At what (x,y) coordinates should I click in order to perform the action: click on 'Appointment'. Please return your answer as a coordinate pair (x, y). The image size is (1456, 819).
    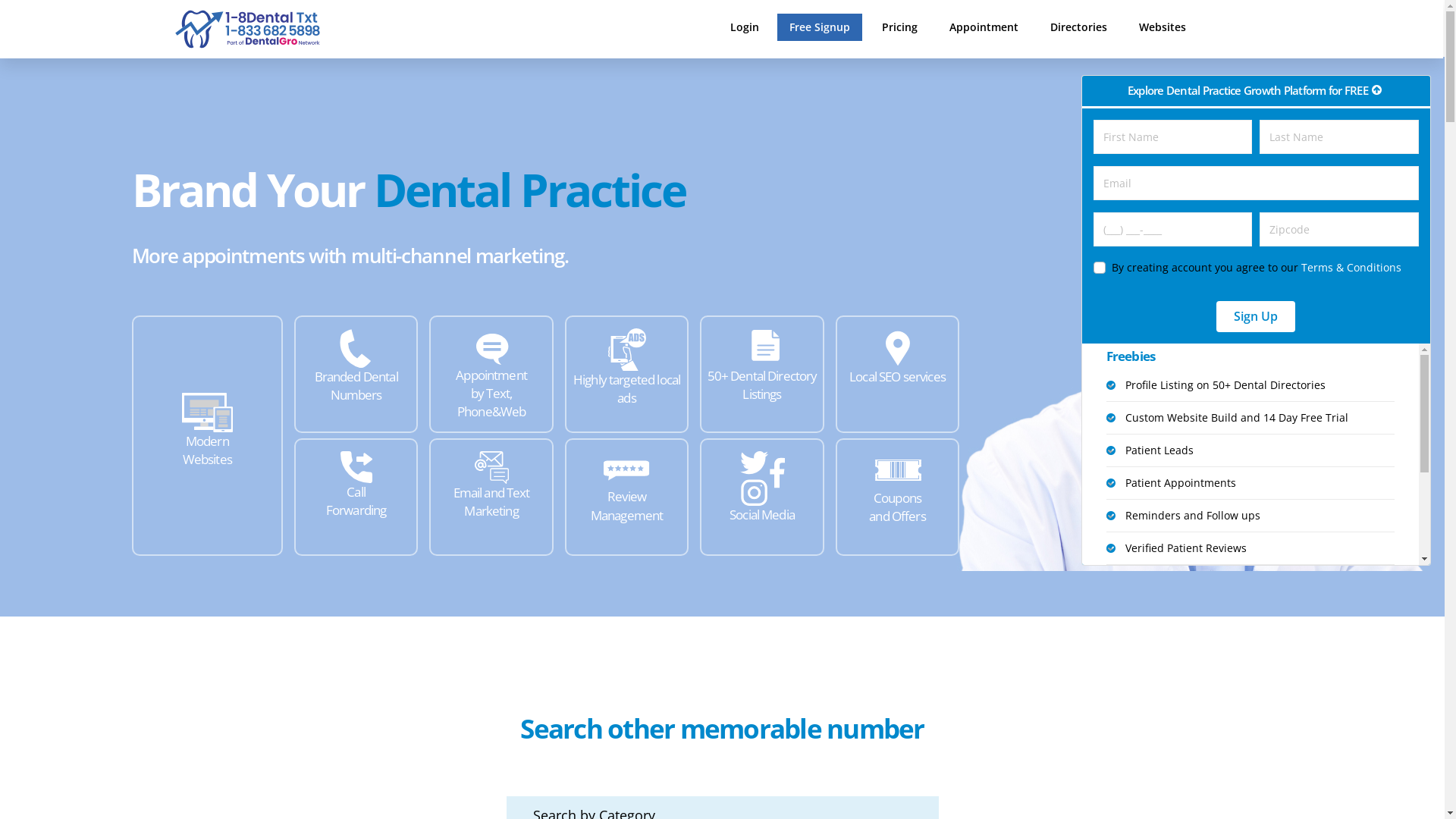
    Looking at the image, I should click on (937, 27).